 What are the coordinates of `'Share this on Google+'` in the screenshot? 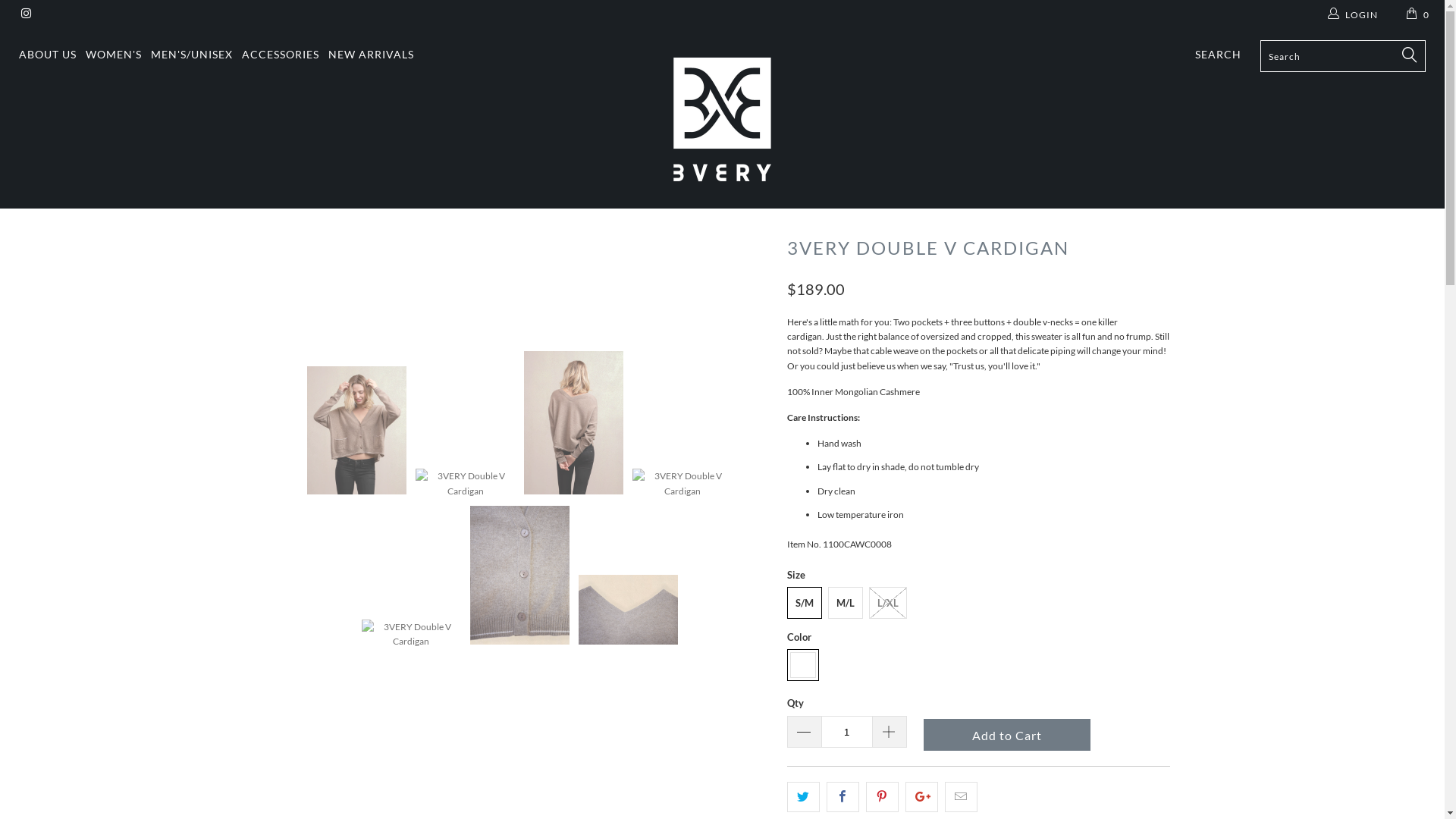 It's located at (921, 795).